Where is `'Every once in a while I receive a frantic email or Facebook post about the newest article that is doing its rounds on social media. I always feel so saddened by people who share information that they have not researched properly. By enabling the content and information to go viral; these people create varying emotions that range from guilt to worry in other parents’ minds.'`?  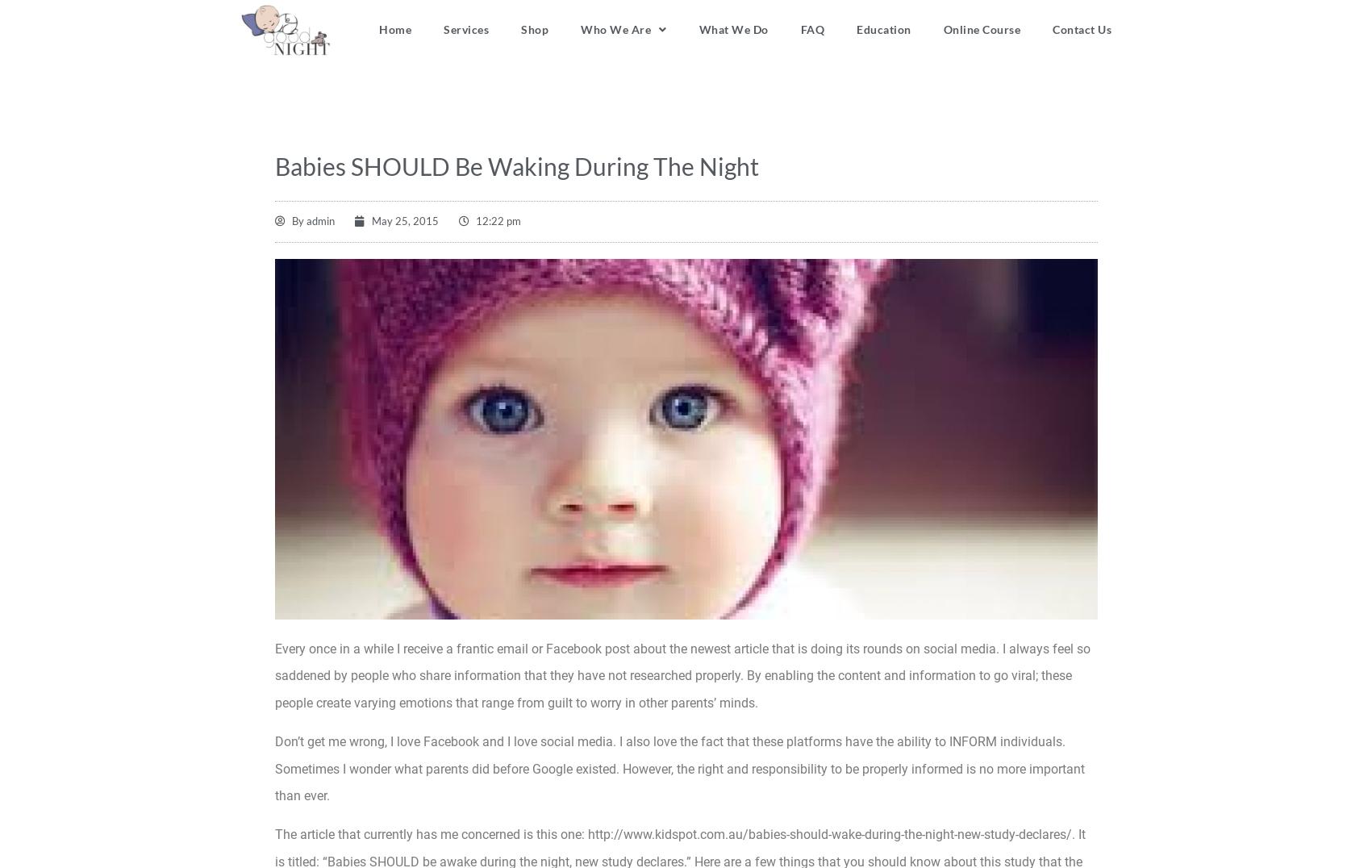
'Every once in a while I receive a frantic email or Facebook post about the newest article that is doing its rounds on social media. I always feel so saddened by people who share information that they have not researched properly. By enabling the content and information to go viral; these people create varying emotions that range from guilt to worry in other parents’ minds.' is located at coordinates (274, 674).